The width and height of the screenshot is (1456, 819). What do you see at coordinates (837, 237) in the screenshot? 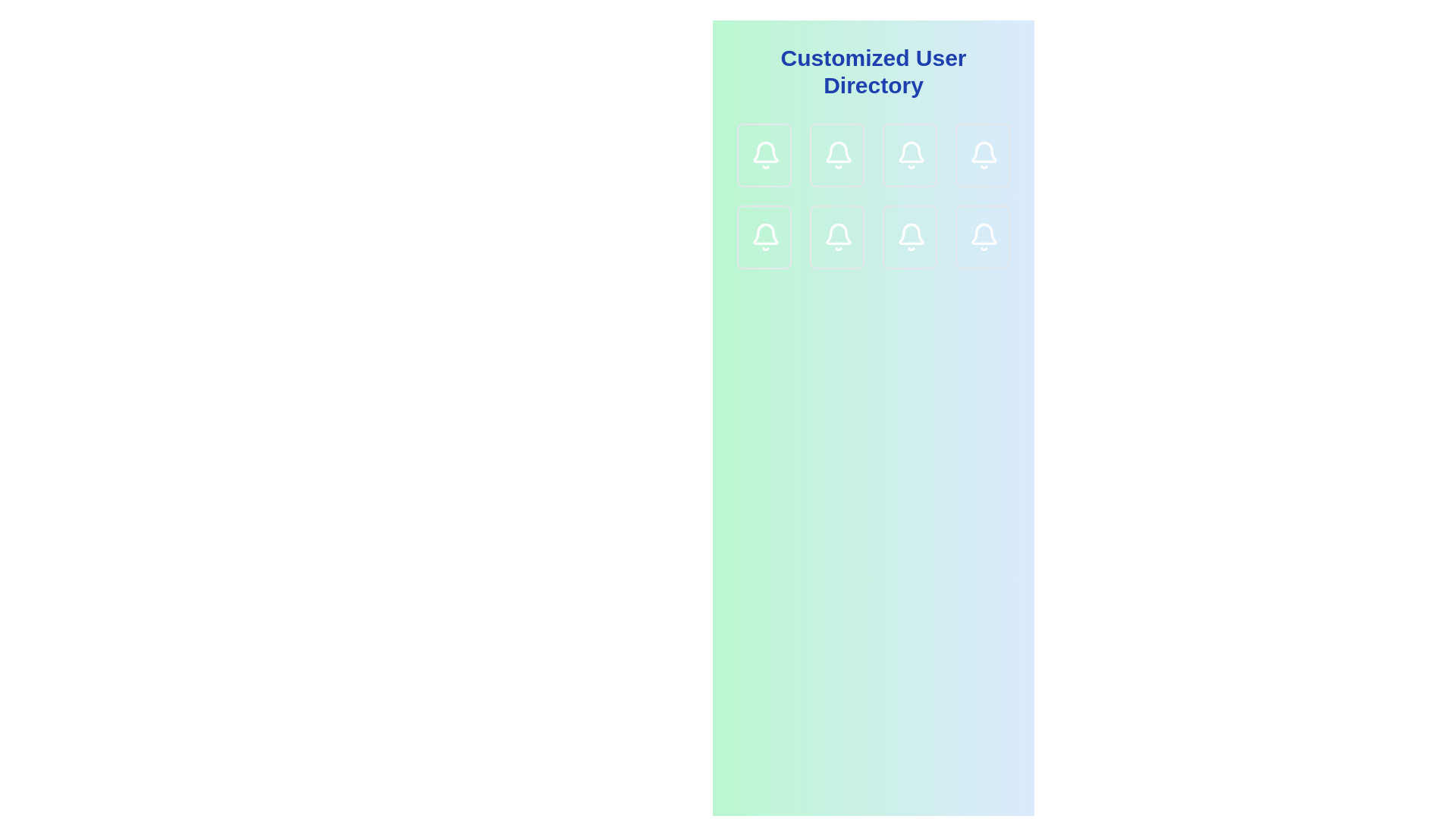
I see `the notification bell icon, which is an outline of a bell shape in white, located in the second row and second column of the grid layout` at bounding box center [837, 237].